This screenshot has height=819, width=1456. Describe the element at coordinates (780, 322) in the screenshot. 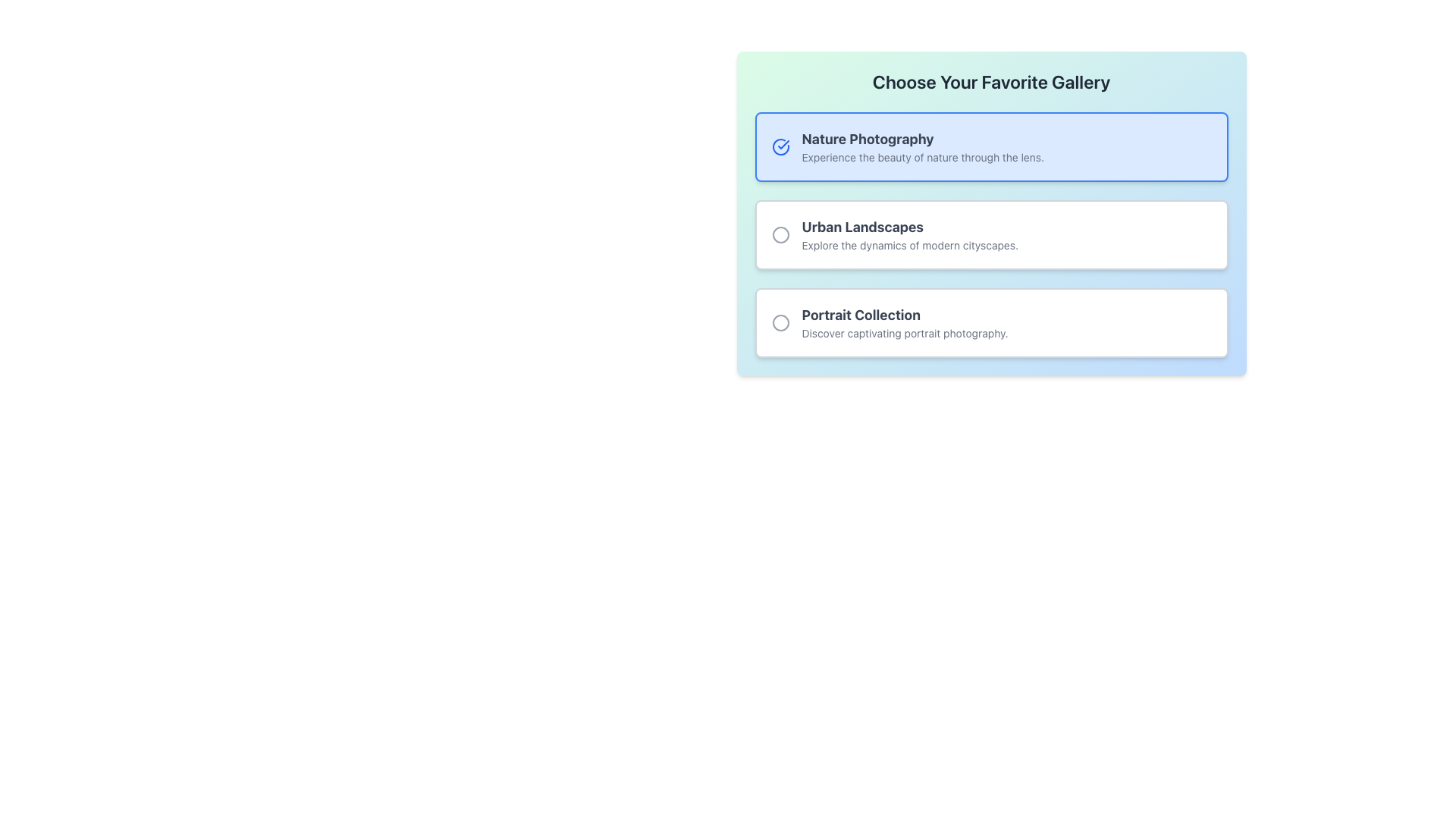

I see `the Radio Button Indicator` at that location.